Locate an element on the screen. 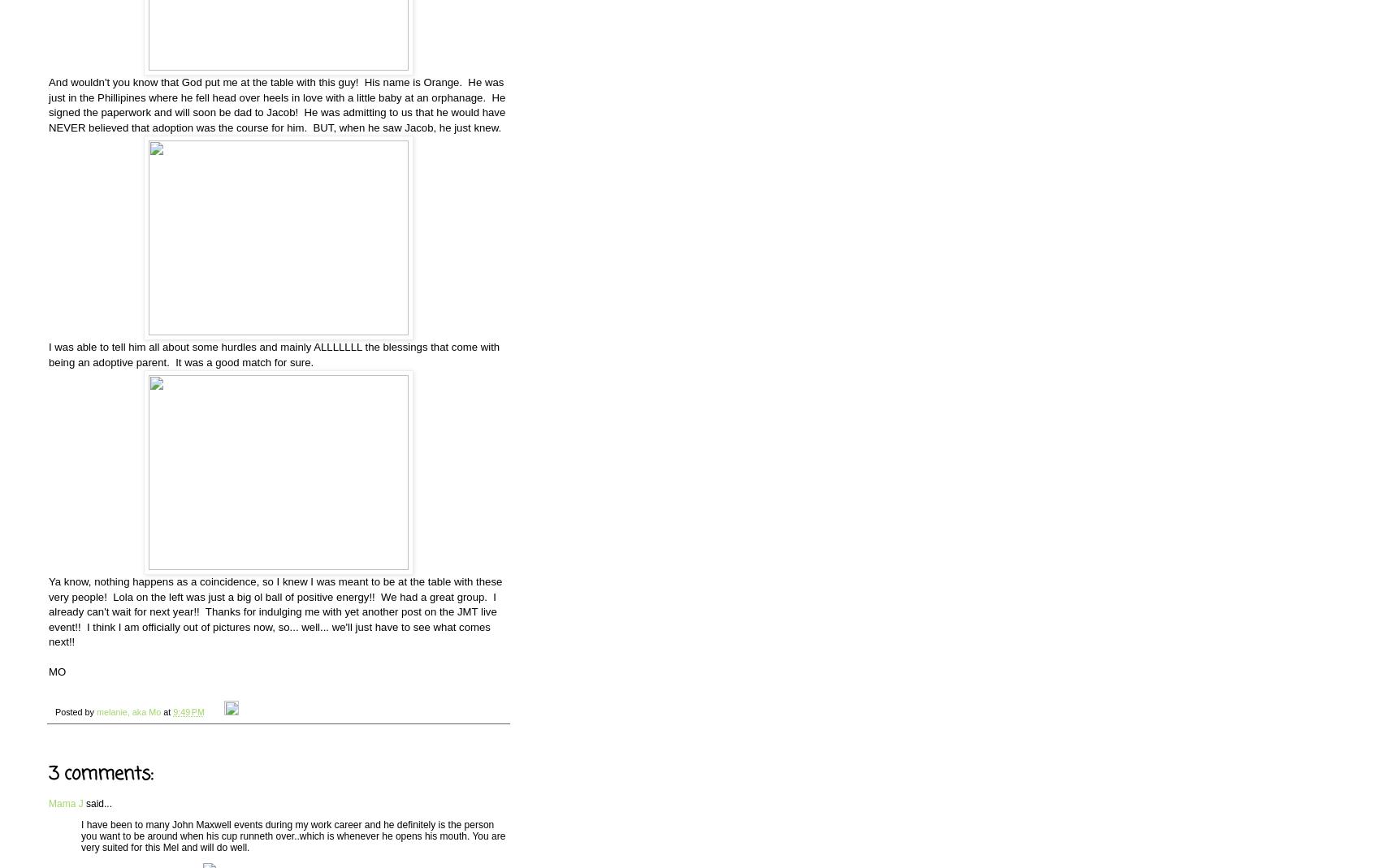 The image size is (1381, 868). 'at' is located at coordinates (162, 710).